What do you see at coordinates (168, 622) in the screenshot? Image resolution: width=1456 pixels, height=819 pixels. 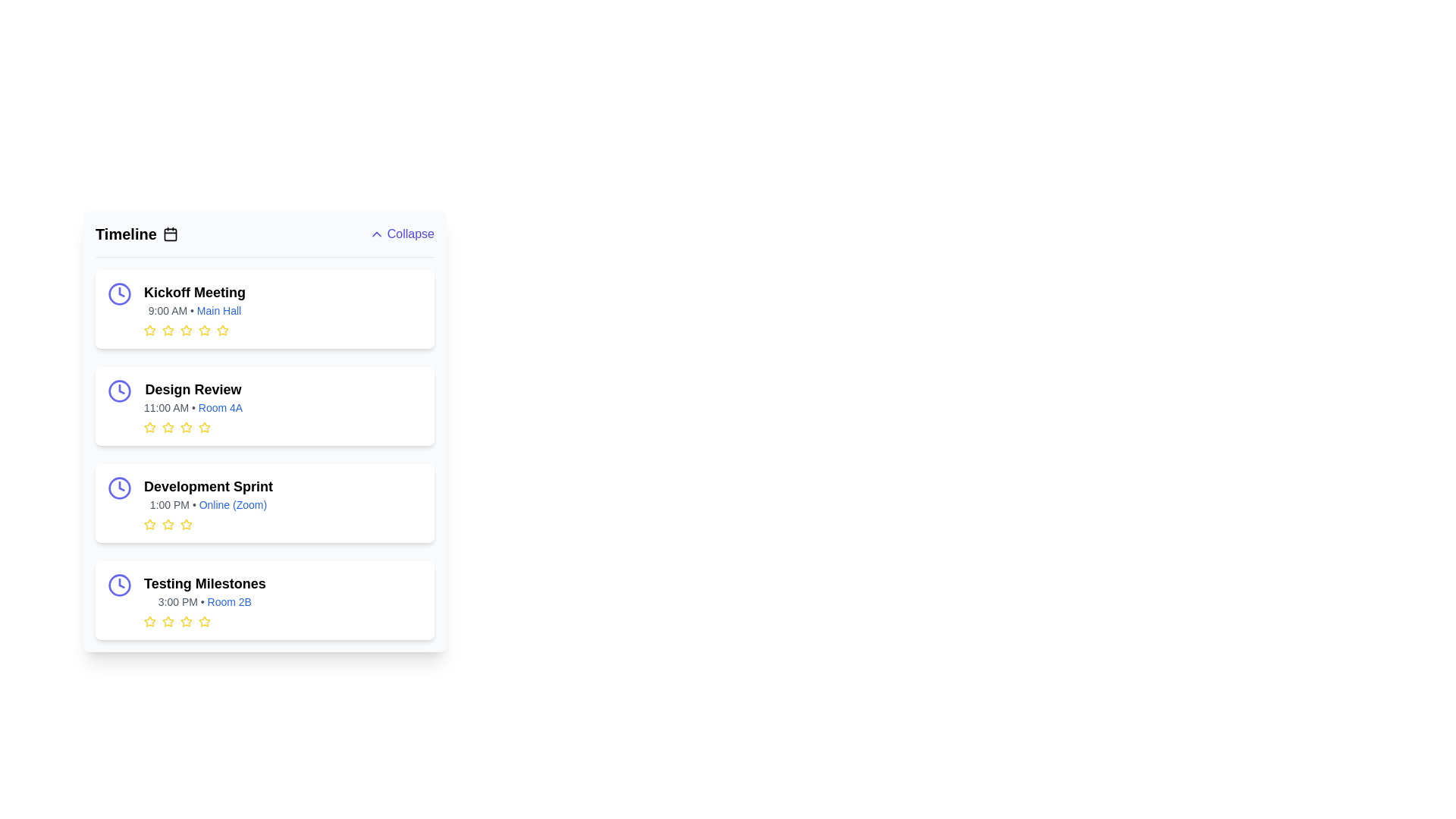 I see `the third yellow star icon in the row of five stars within the 'Testing Milestones' section` at bounding box center [168, 622].